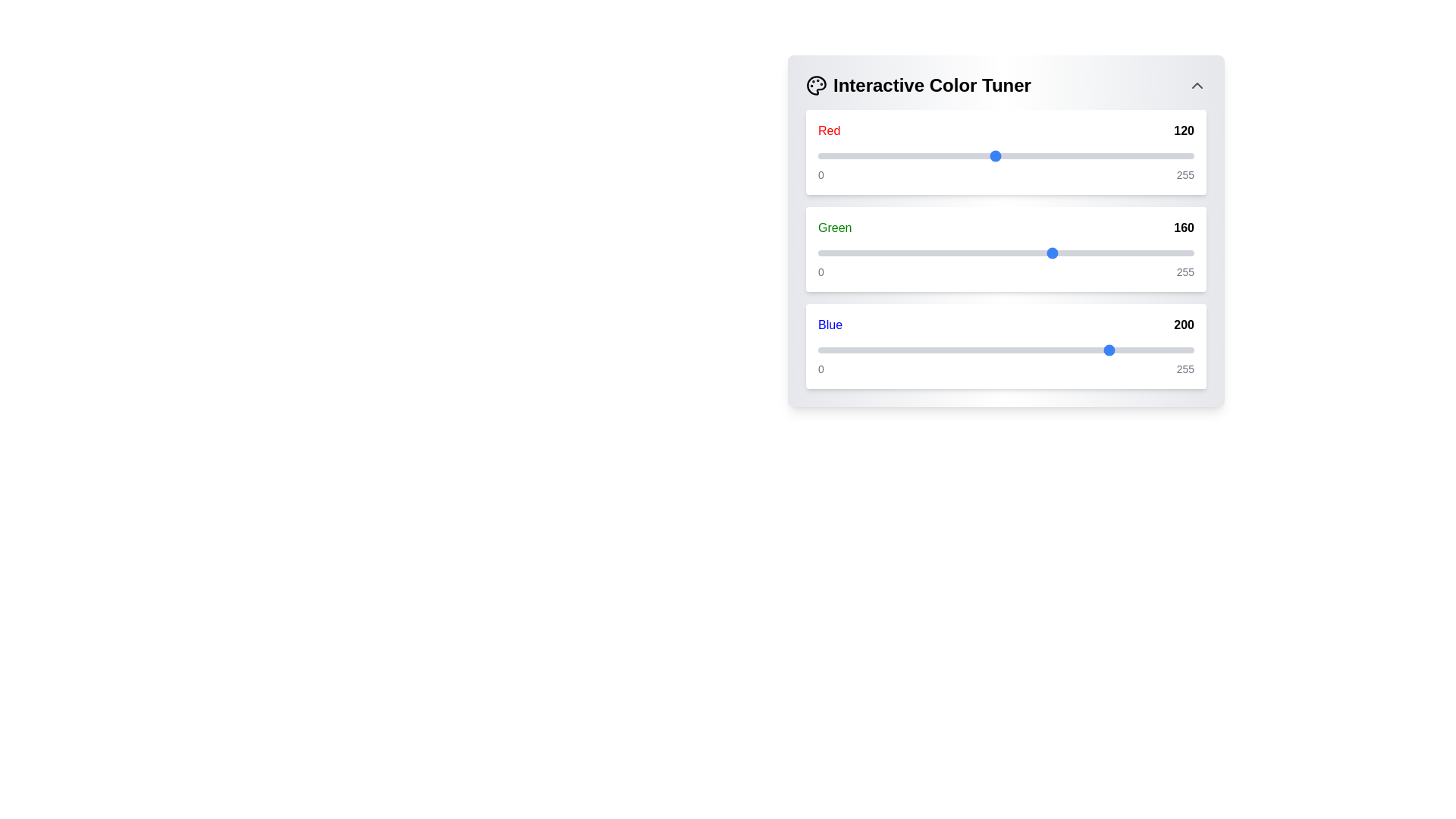 The width and height of the screenshot is (1456, 819). Describe the element at coordinates (815, 85) in the screenshot. I see `the SVG graphic resembling a palette icon located on the left side of the header section labeled 'Interactive Color Tuner'` at that location.